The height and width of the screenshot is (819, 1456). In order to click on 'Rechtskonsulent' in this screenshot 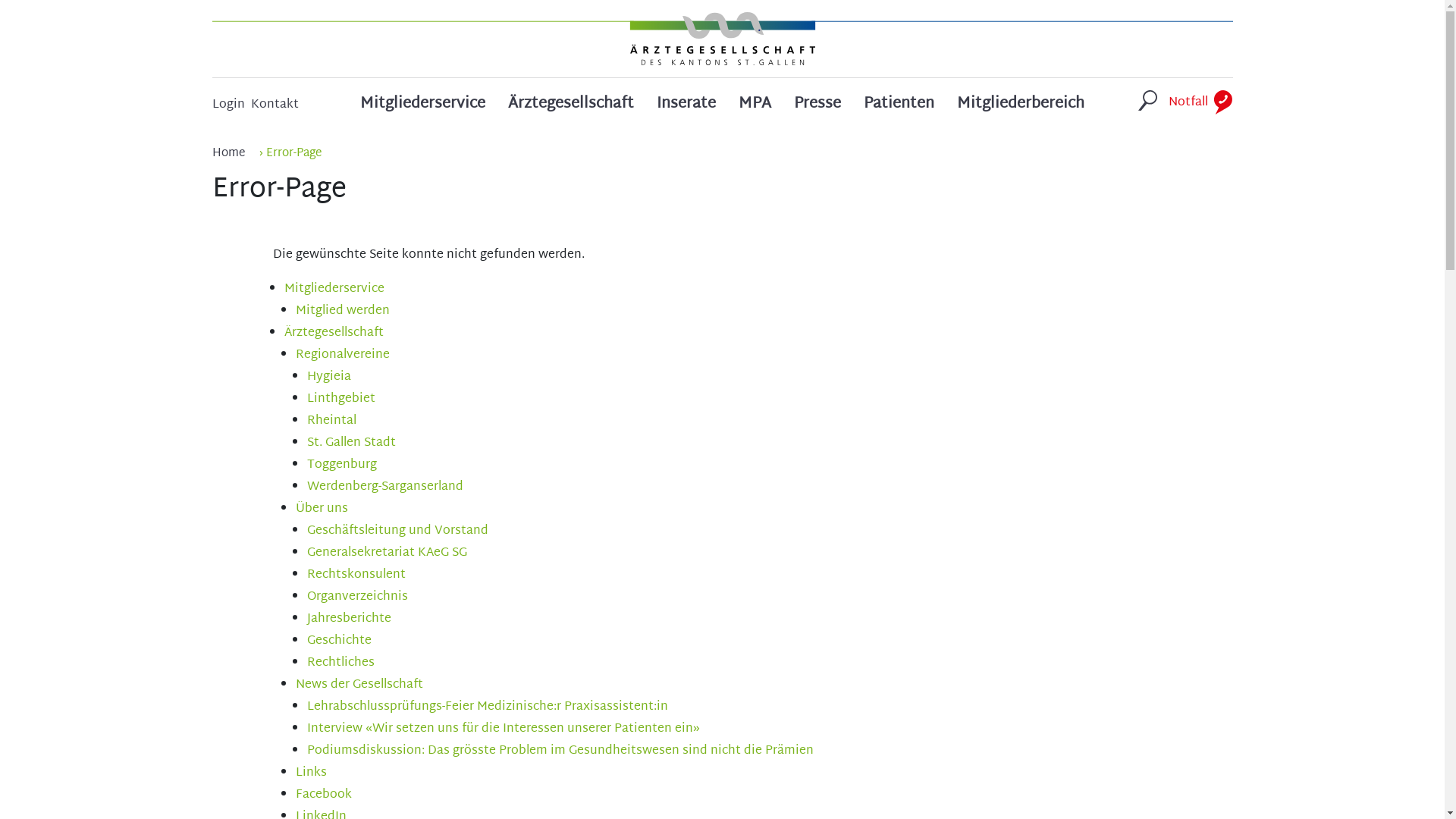, I will do `click(355, 575)`.